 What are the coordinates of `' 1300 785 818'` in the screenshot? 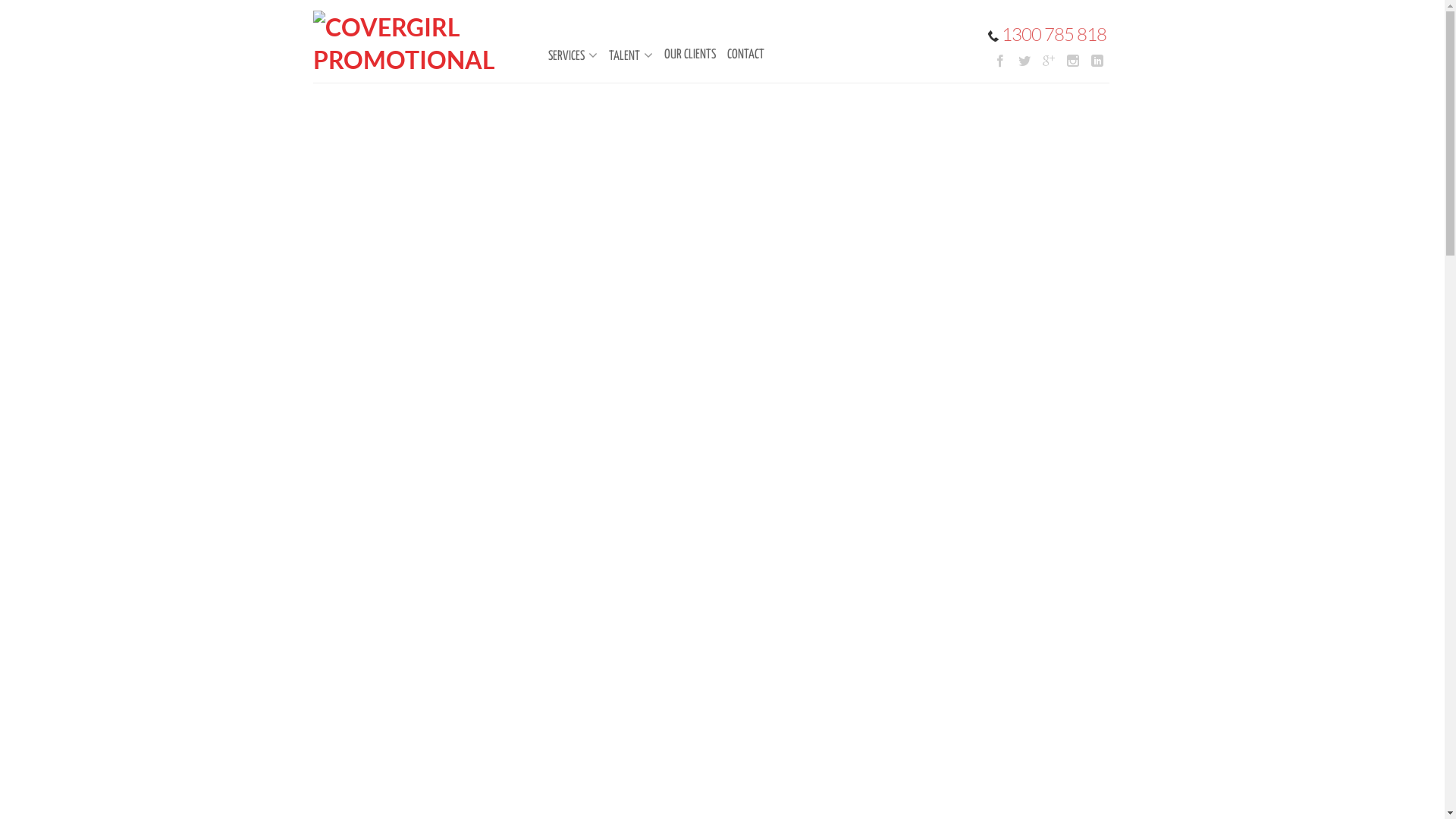 It's located at (987, 34).